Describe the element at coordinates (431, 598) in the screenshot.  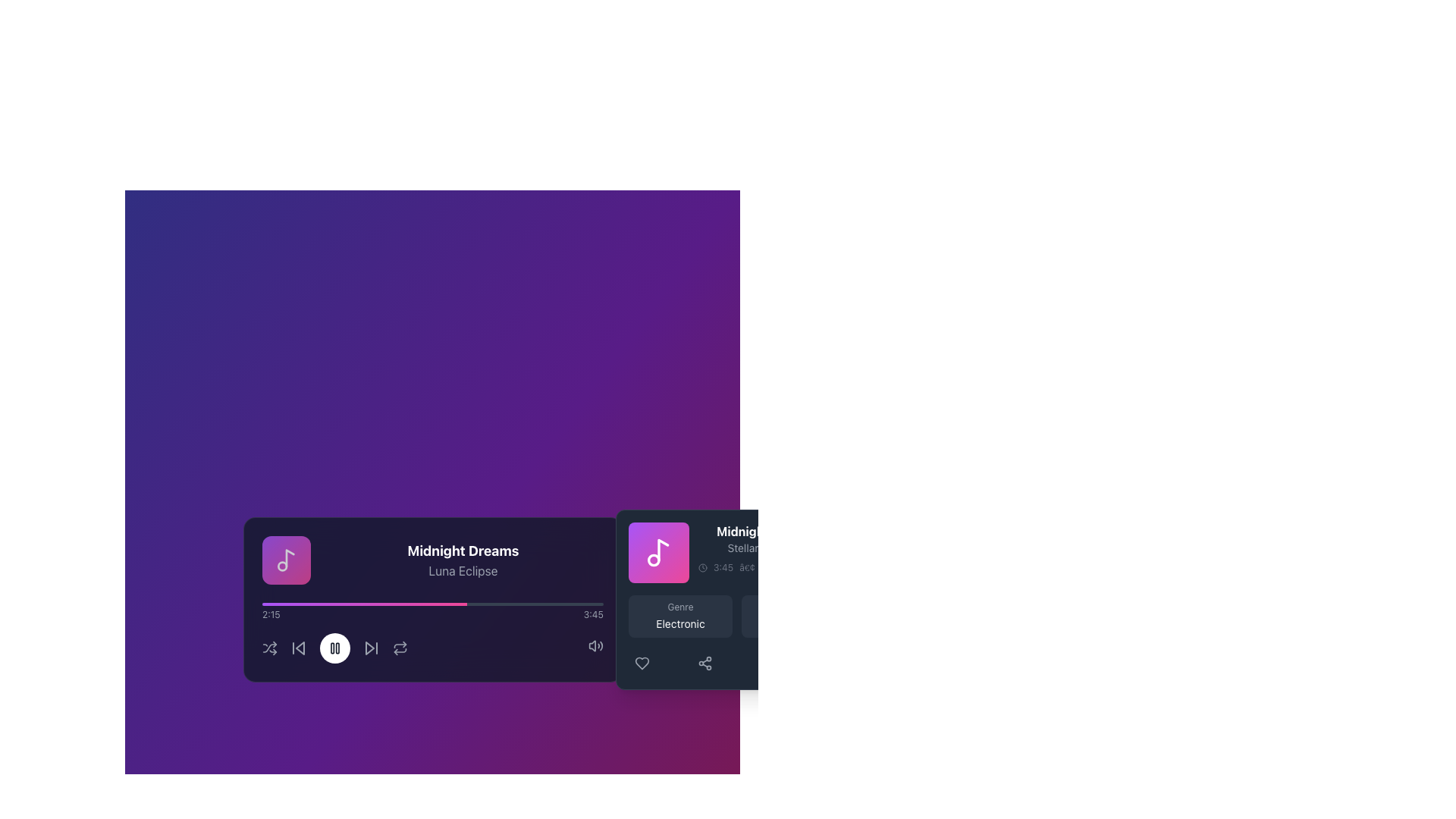
I see `the interactive music player widget located at the center of the interface` at that location.